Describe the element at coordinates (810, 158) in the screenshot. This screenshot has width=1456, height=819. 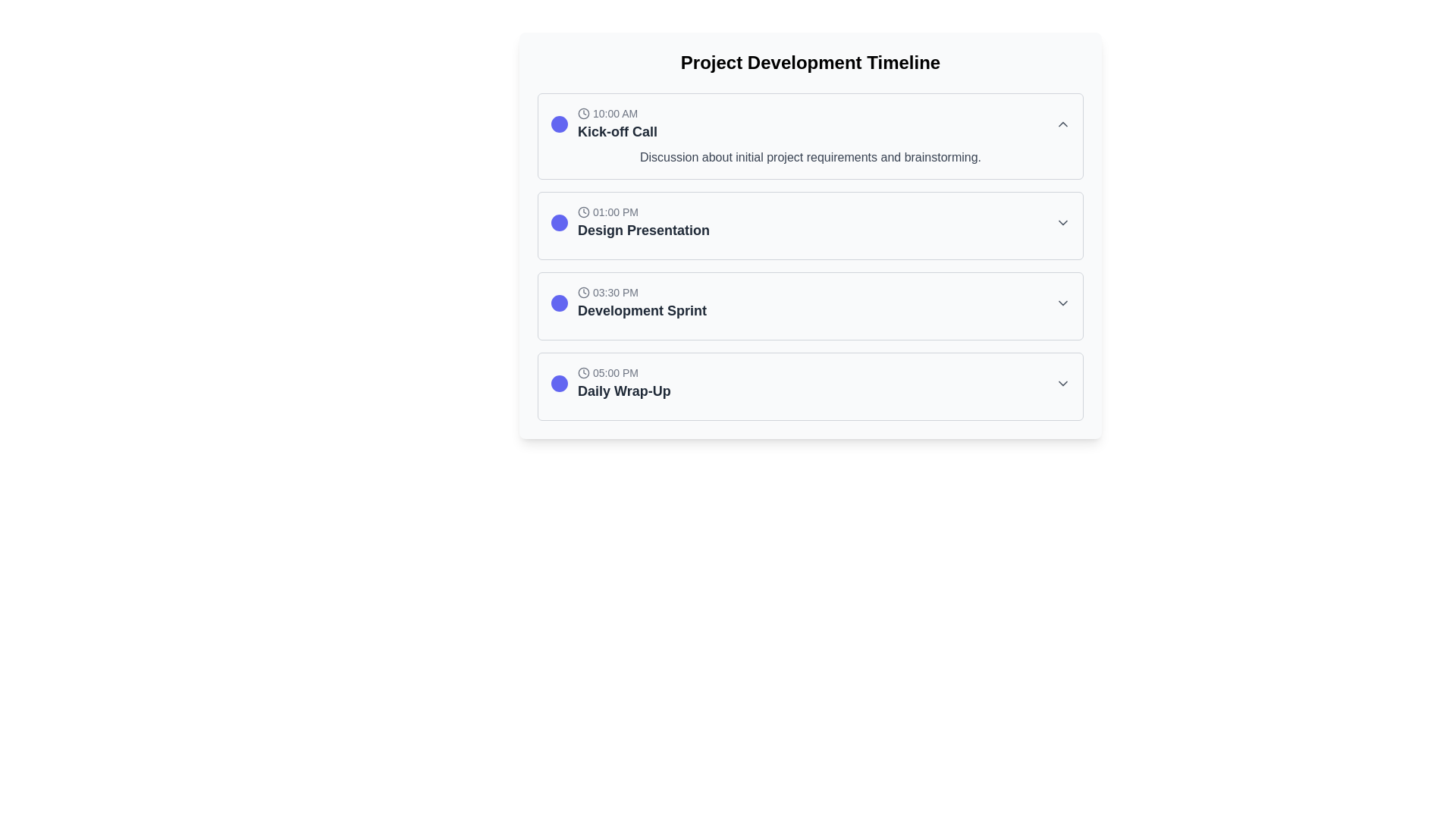
I see `the Text Label that provides a description for the timeline event 'Kick-off Call' at '10:00 AM', located in the first timeline entry` at that location.